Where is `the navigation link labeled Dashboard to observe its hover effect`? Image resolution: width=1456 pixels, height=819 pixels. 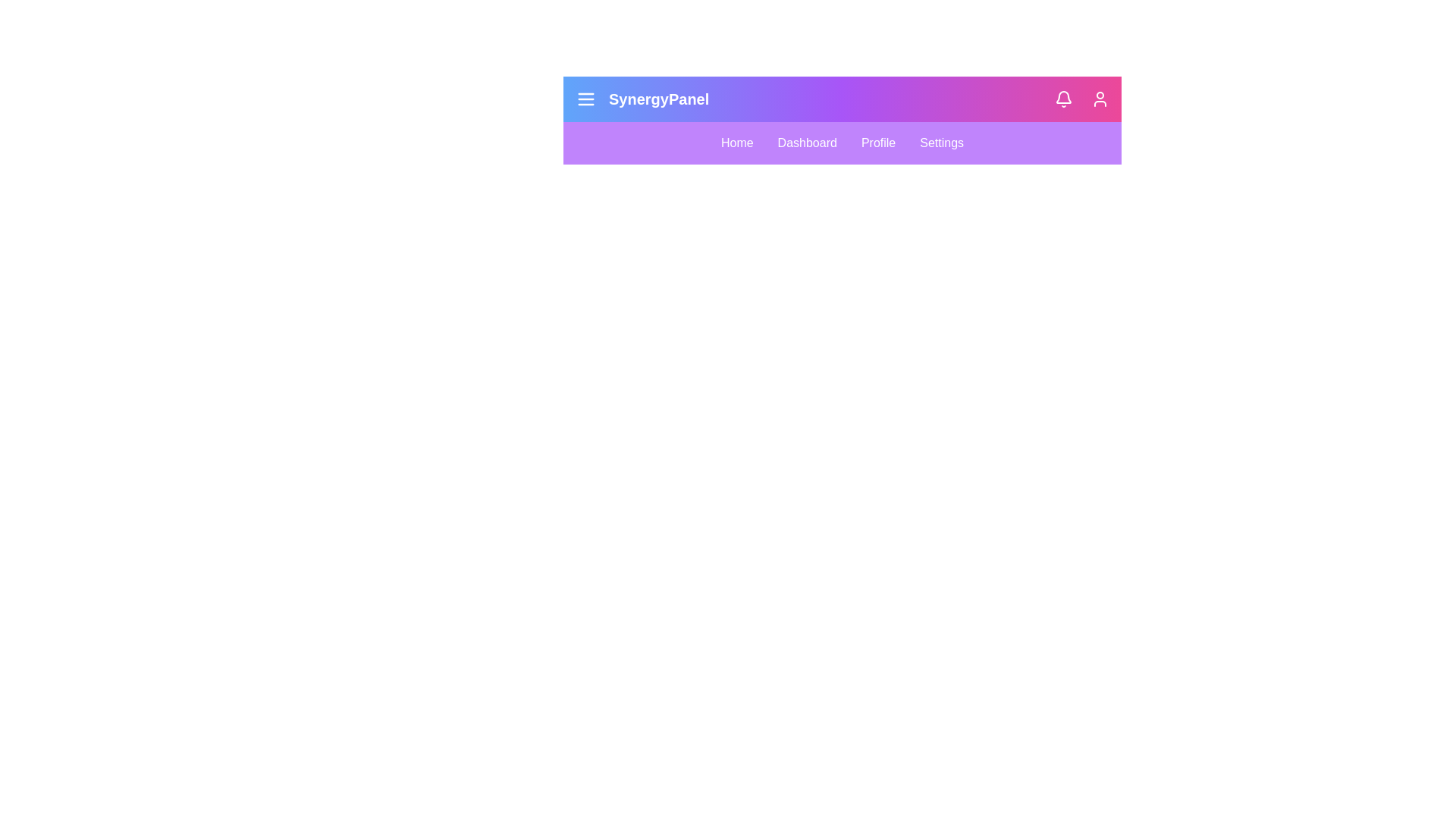 the navigation link labeled Dashboard to observe its hover effect is located at coordinates (806, 143).